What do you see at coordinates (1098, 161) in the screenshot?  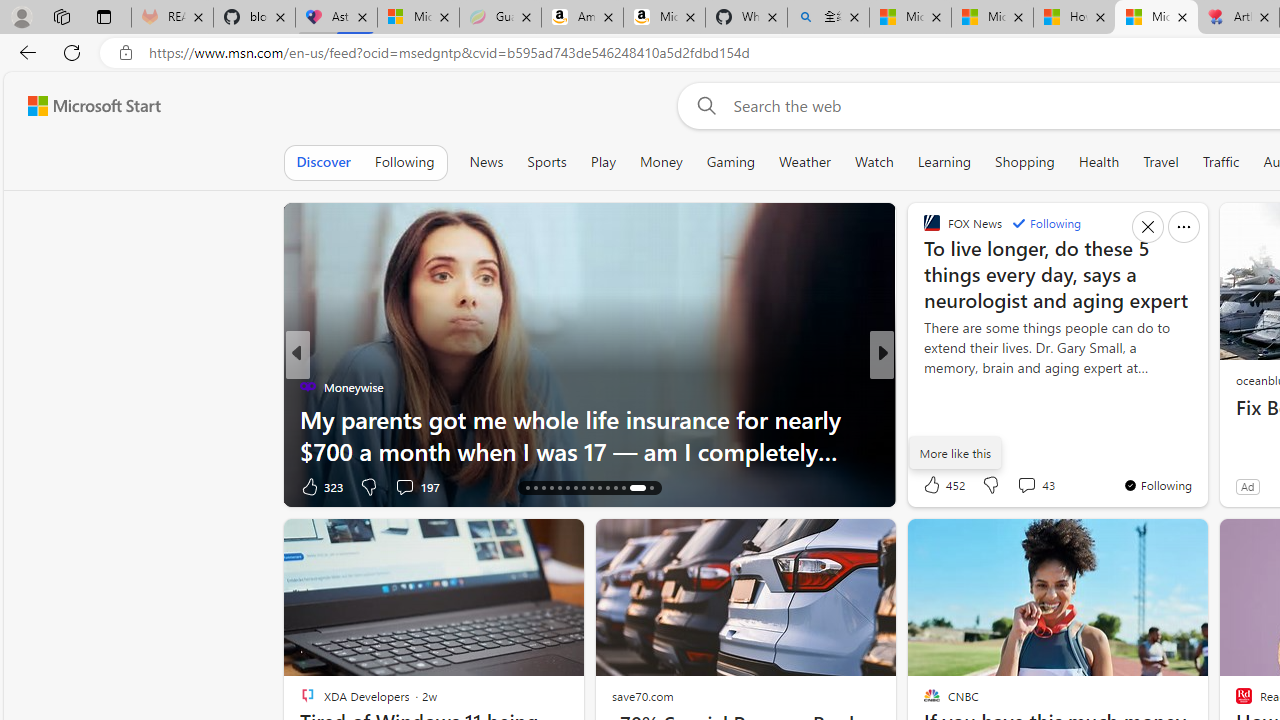 I see `'Health'` at bounding box center [1098, 161].